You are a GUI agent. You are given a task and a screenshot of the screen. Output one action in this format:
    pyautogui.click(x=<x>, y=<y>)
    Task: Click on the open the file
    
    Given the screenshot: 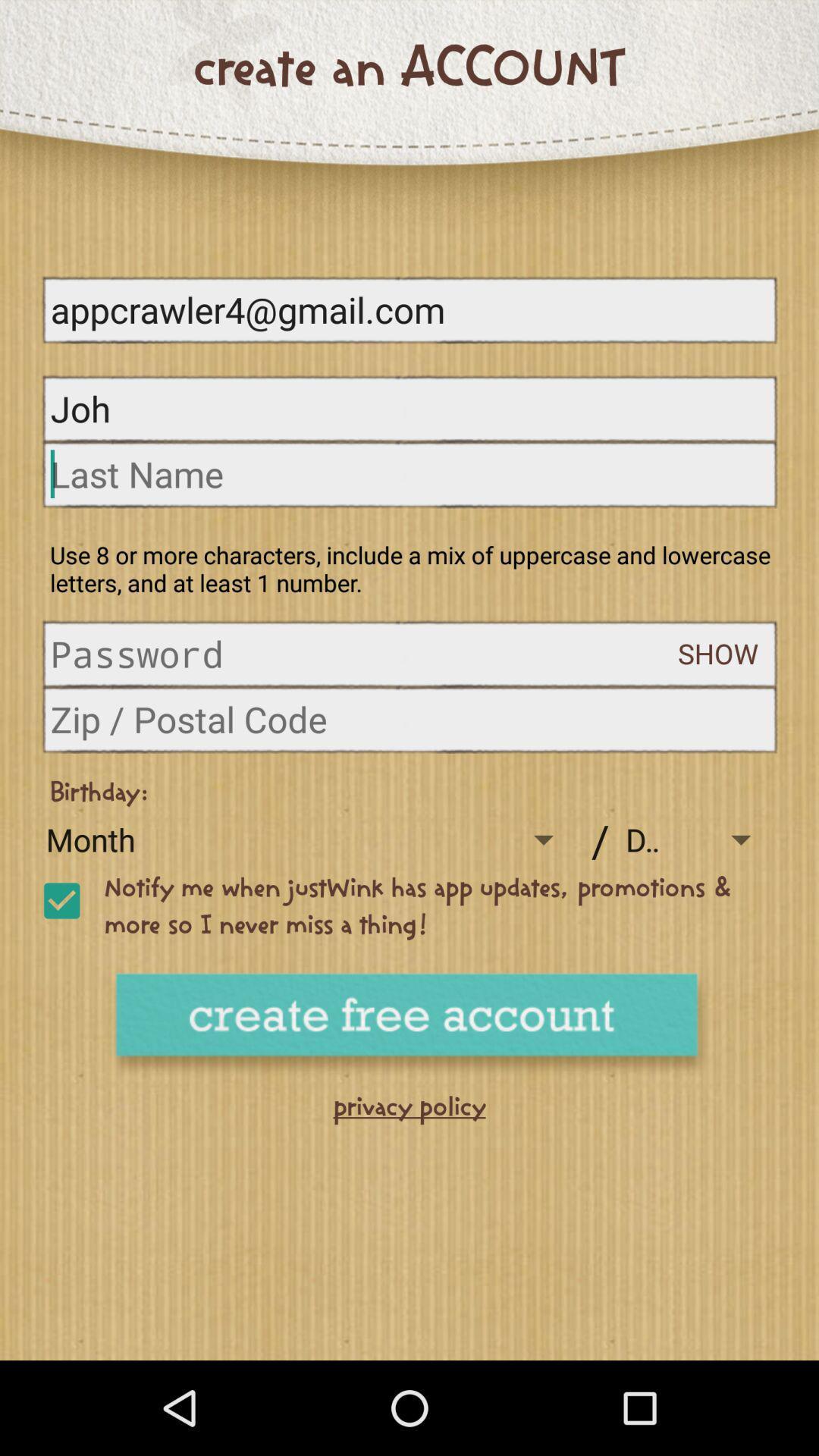 What is the action you would take?
    pyautogui.click(x=364, y=654)
    